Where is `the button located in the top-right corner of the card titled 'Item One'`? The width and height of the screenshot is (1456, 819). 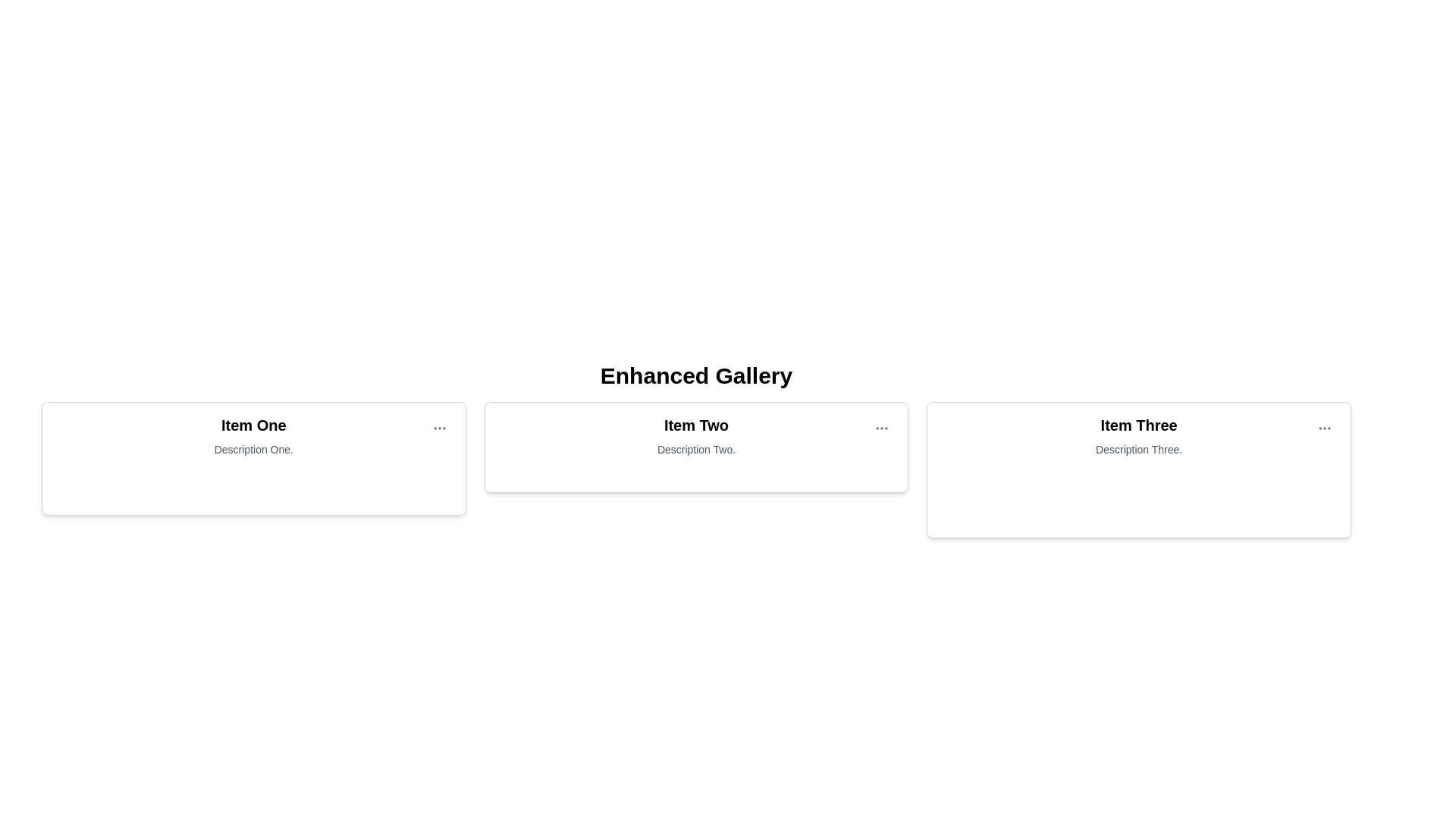 the button located in the top-right corner of the card titled 'Item One' is located at coordinates (438, 428).